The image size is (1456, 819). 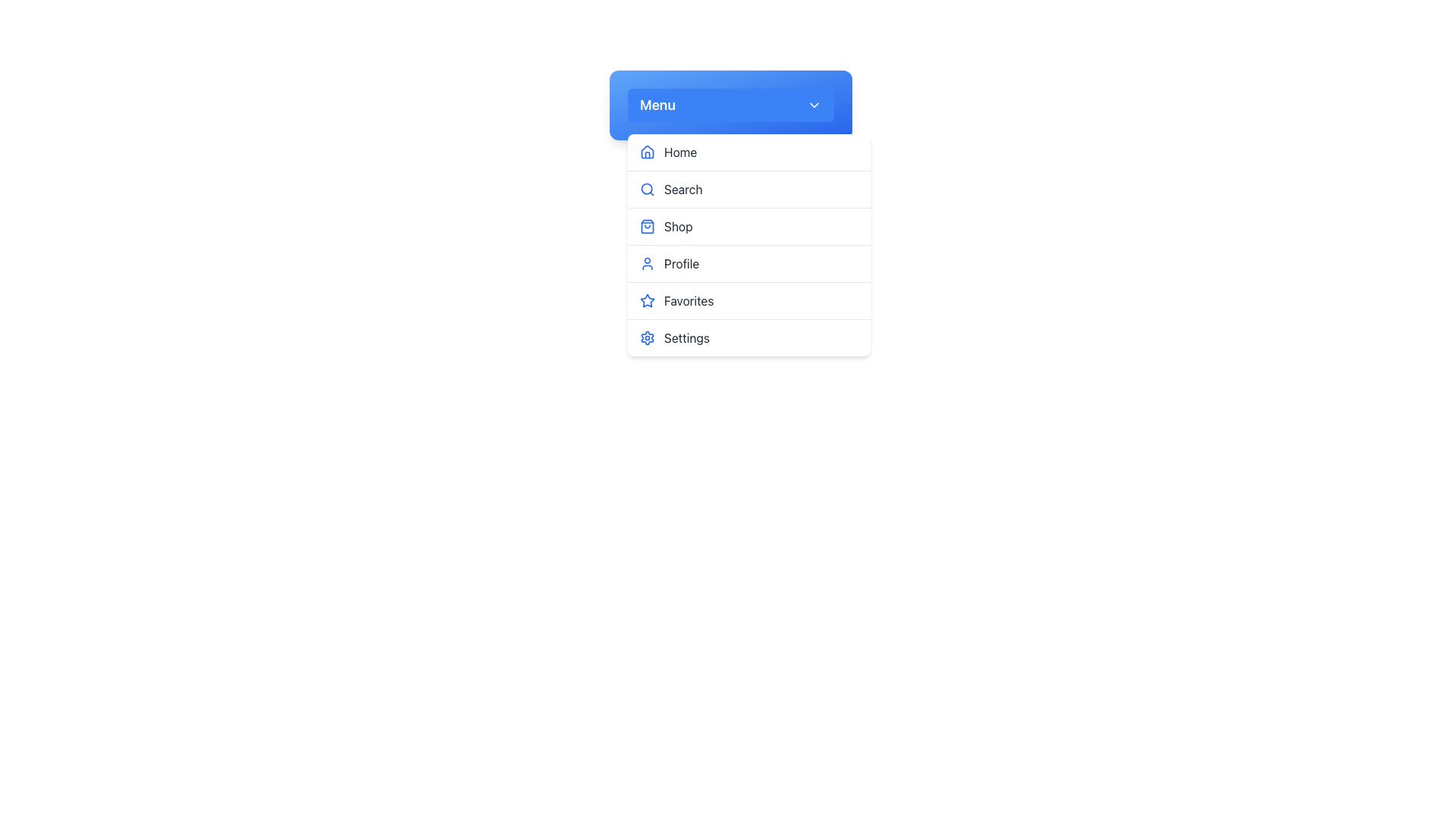 I want to click on the 'Search' menu item located in the drop-down menu, which is the second item in the vertical list of menu options, so click(x=749, y=189).